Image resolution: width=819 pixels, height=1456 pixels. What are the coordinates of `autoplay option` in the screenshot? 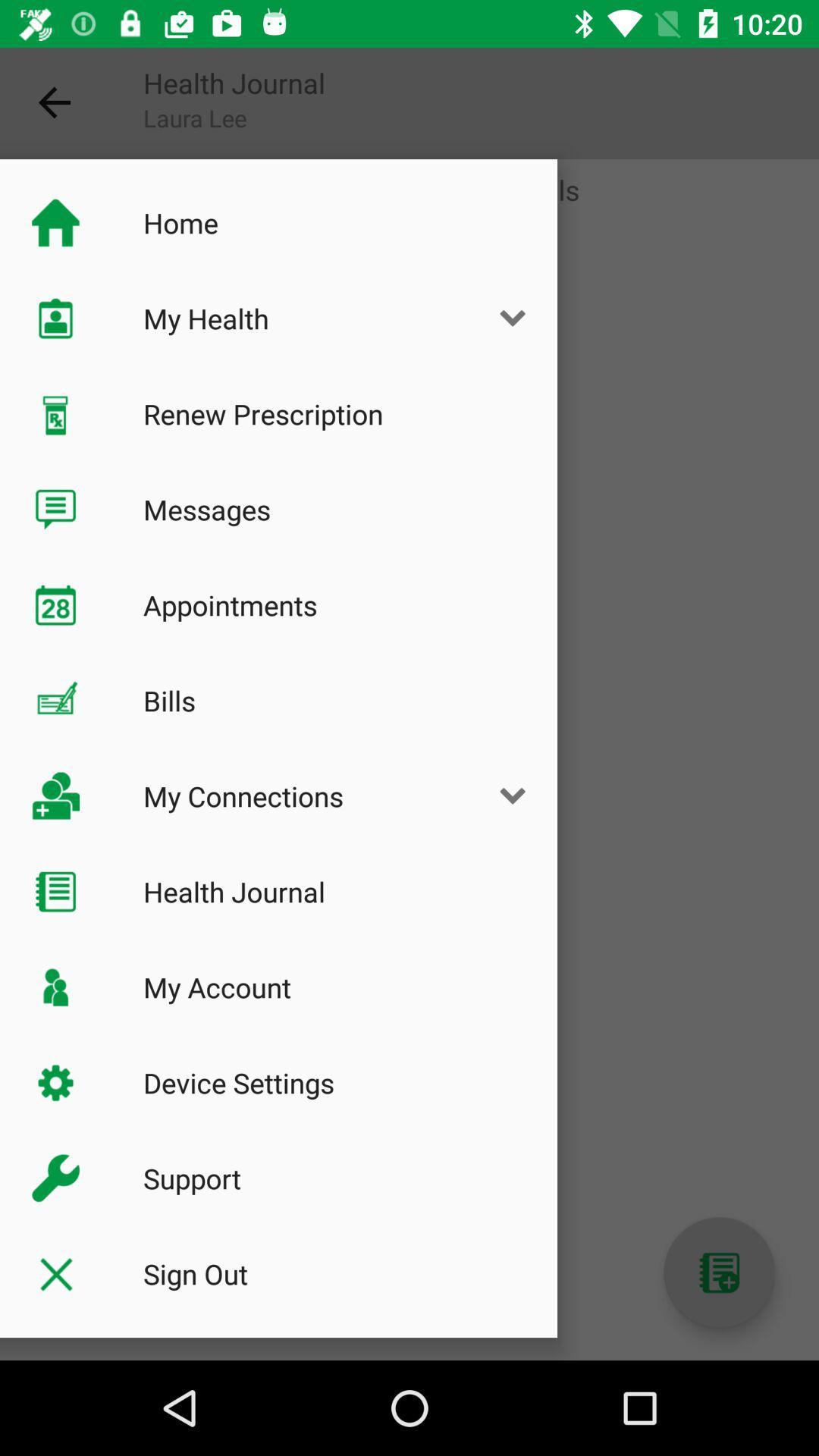 It's located at (718, 1272).